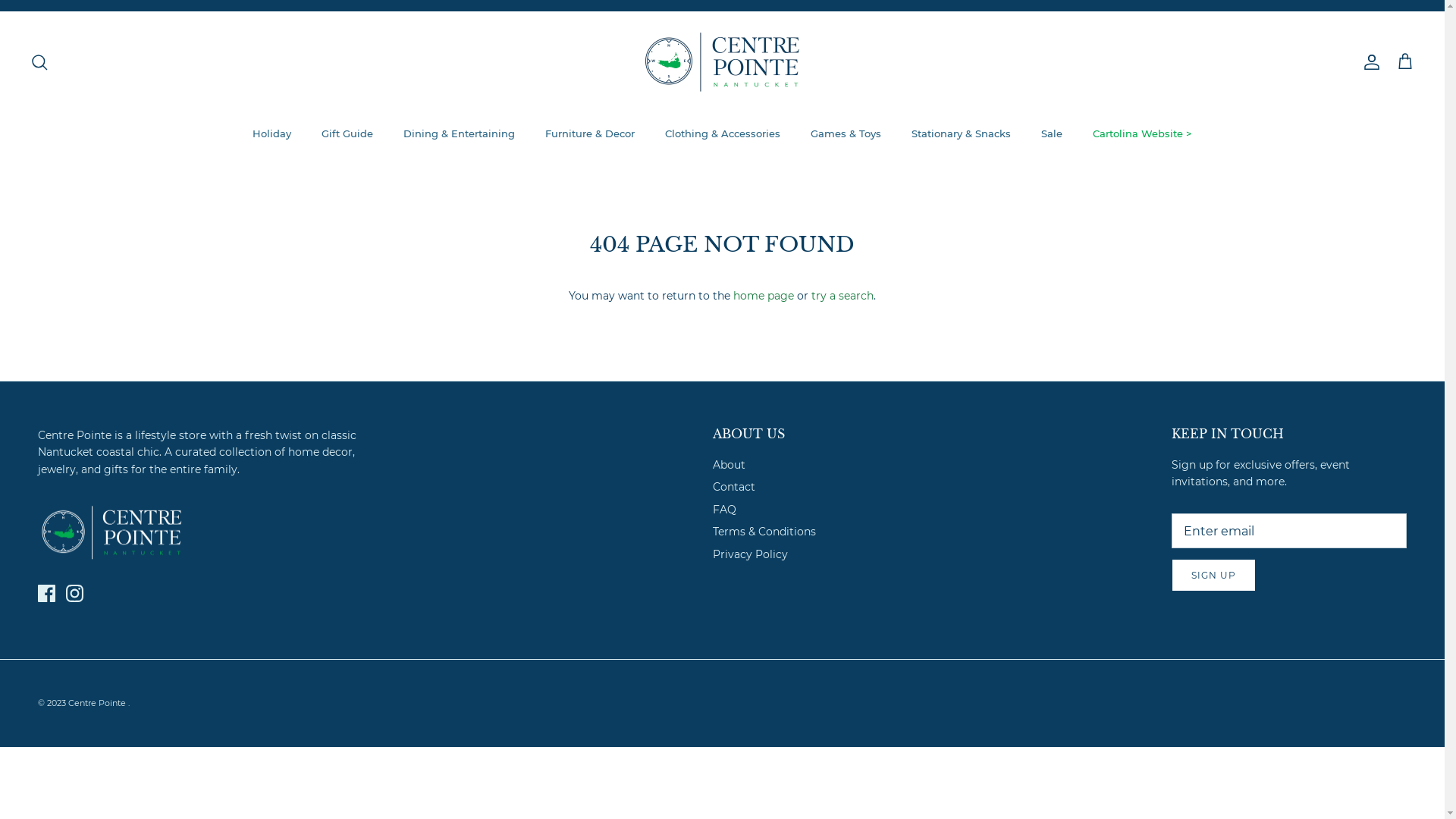  What do you see at coordinates (722, 133) in the screenshot?
I see `'Clothing & Accessories'` at bounding box center [722, 133].